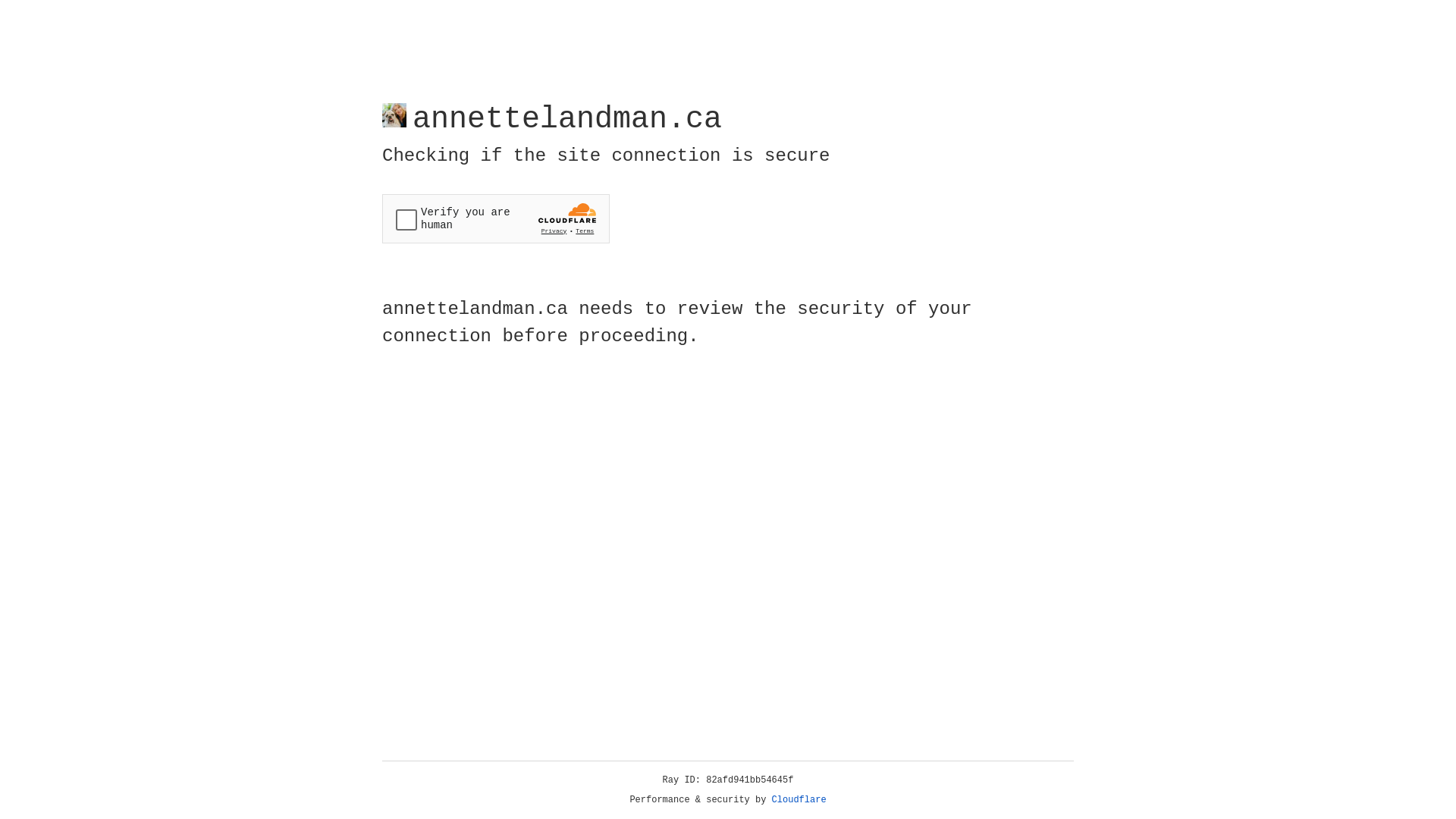 This screenshot has height=819, width=1456. Describe the element at coordinates (799, 799) in the screenshot. I see `'Cloudflare'` at that location.